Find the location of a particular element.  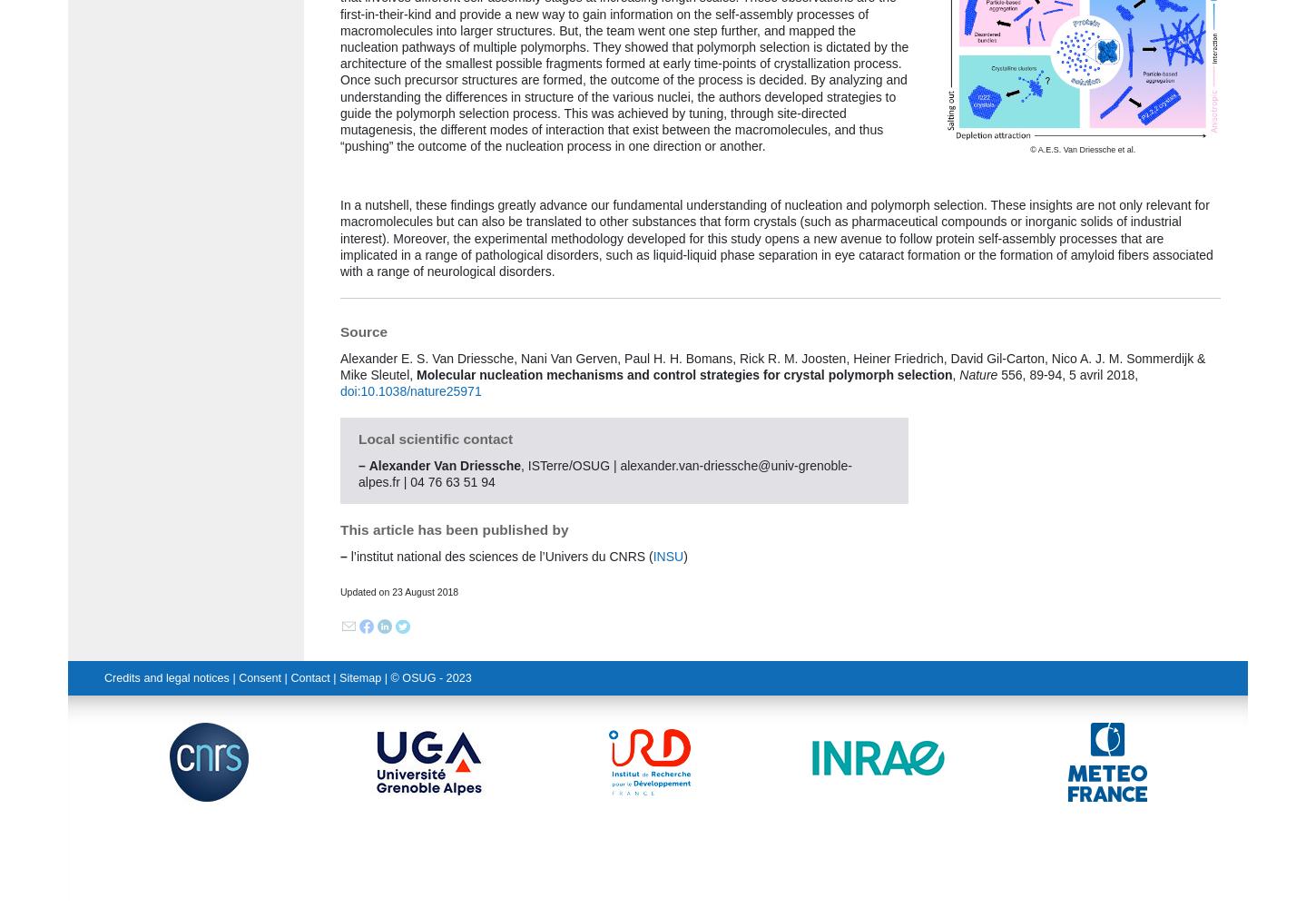

'Sitemap' is located at coordinates (359, 677).